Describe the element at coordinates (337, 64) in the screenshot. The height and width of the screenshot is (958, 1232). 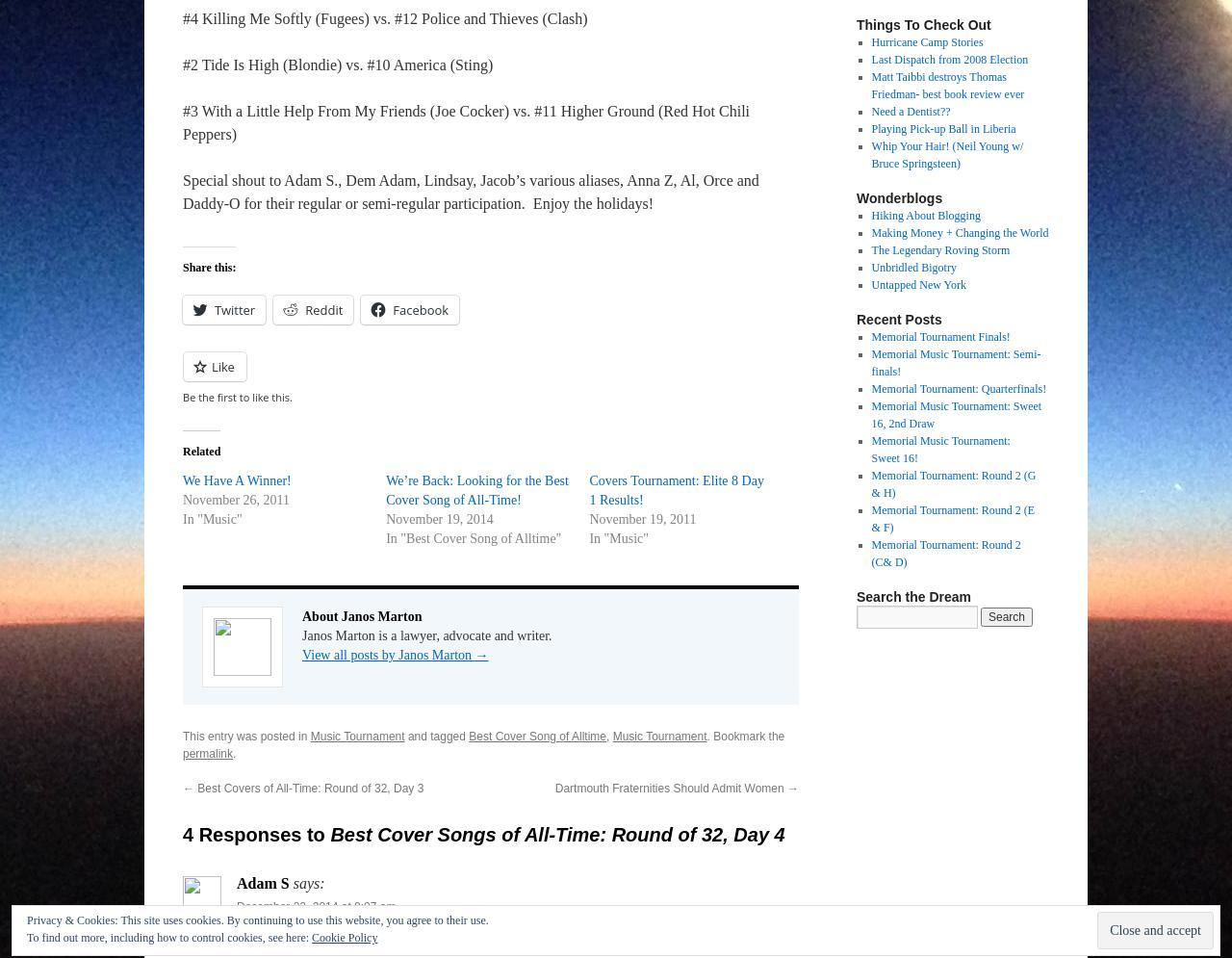
I see `'#2 Tide Is High (Blondie) vs. #10 America (Sting)'` at that location.